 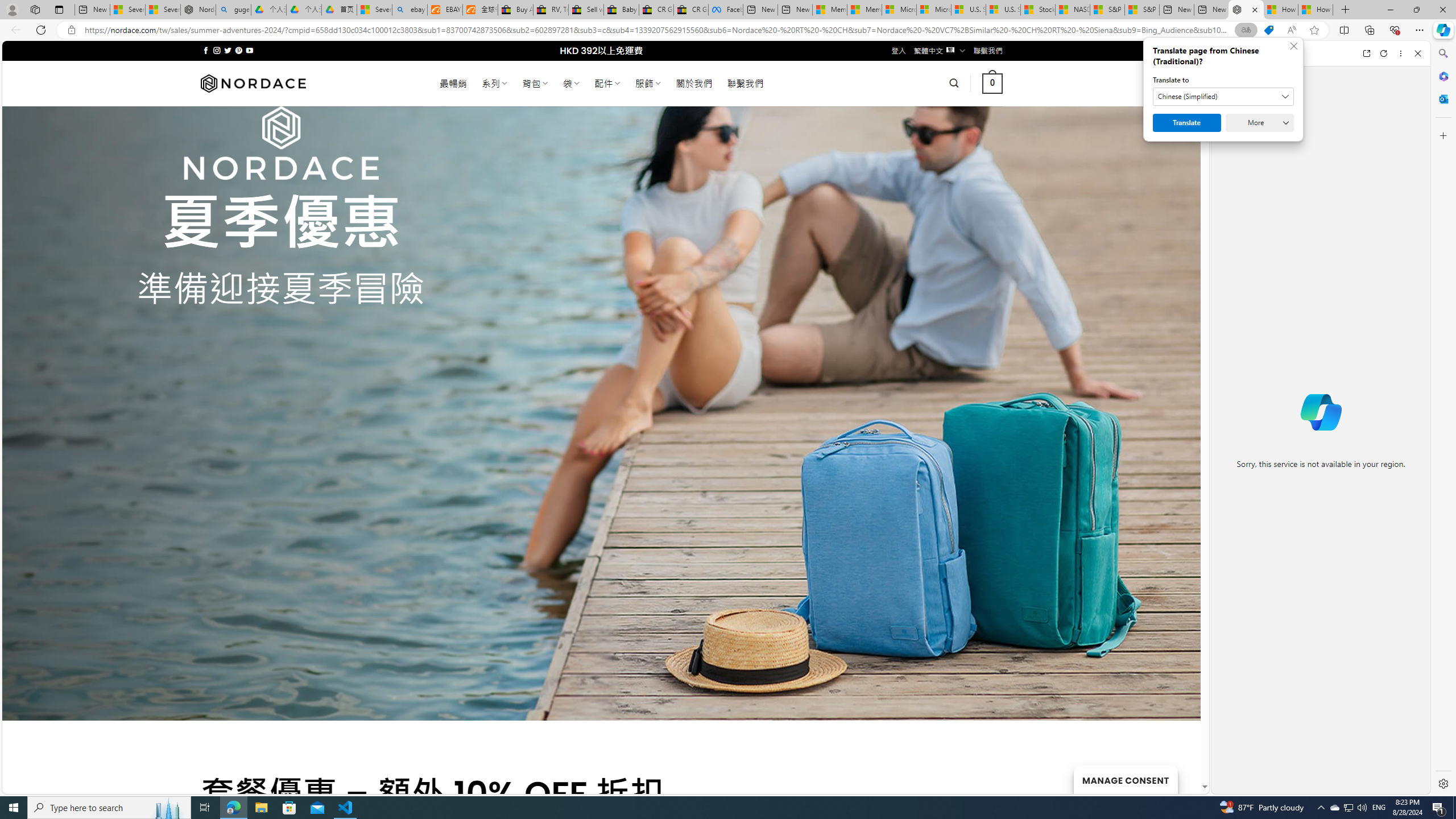 What do you see at coordinates (1246, 30) in the screenshot?
I see `'Show translate options'` at bounding box center [1246, 30].